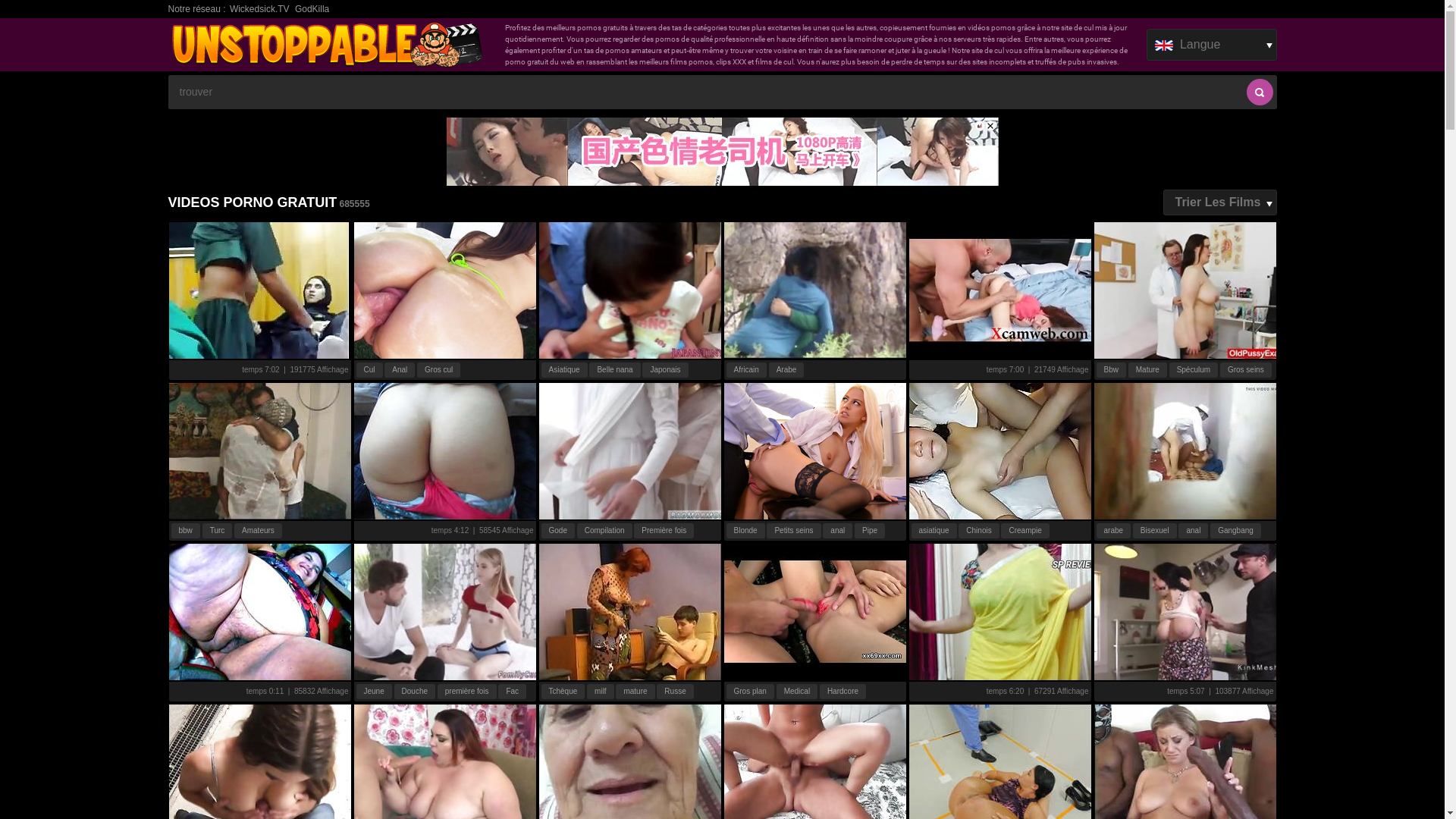 The image size is (1456, 819). I want to click on 'recherche', so click(1260, 92).